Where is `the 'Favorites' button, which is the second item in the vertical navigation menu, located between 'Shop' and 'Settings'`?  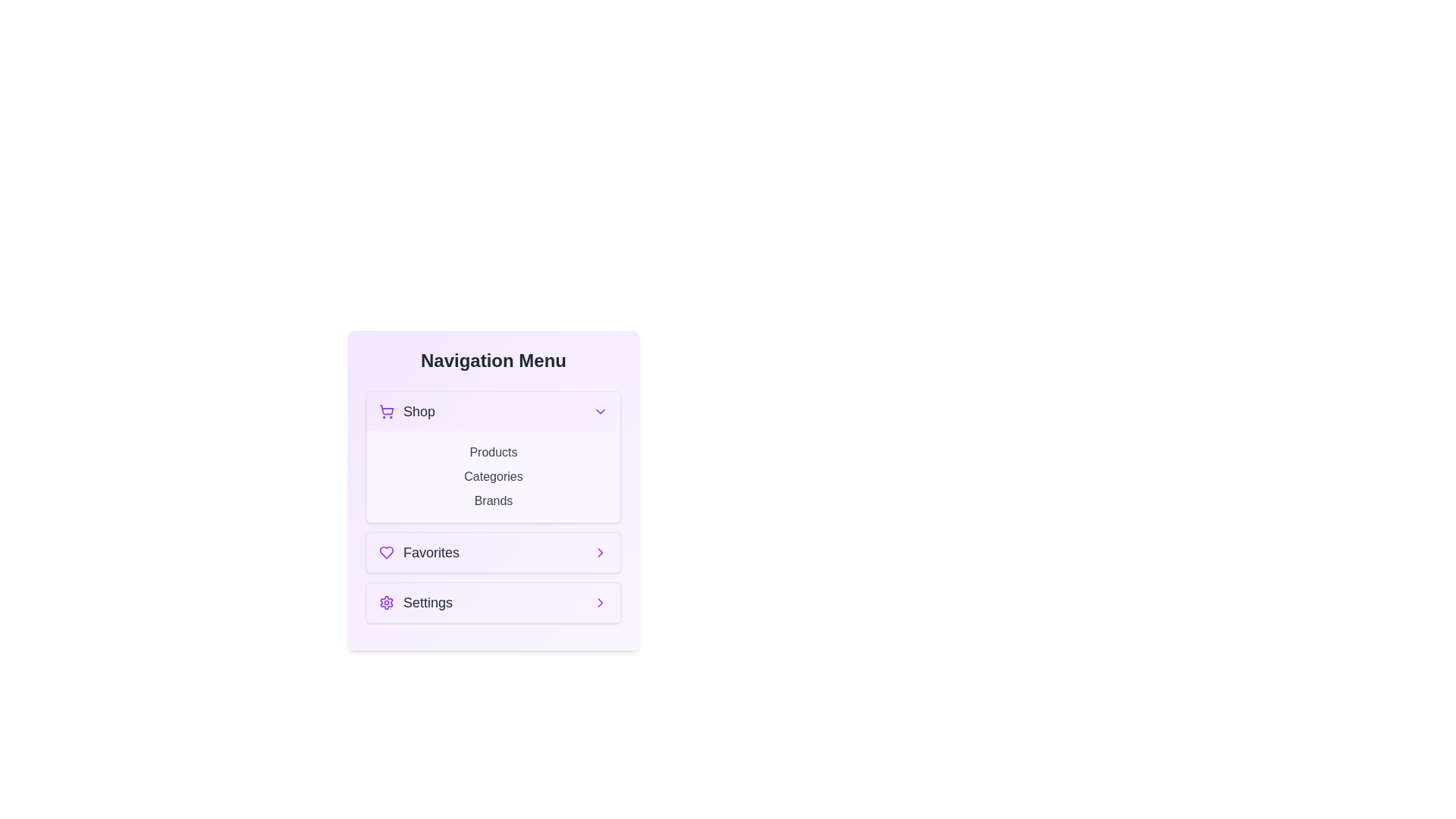 the 'Favorites' button, which is the second item in the vertical navigation menu, located between 'Shop' and 'Settings' is located at coordinates (494, 553).